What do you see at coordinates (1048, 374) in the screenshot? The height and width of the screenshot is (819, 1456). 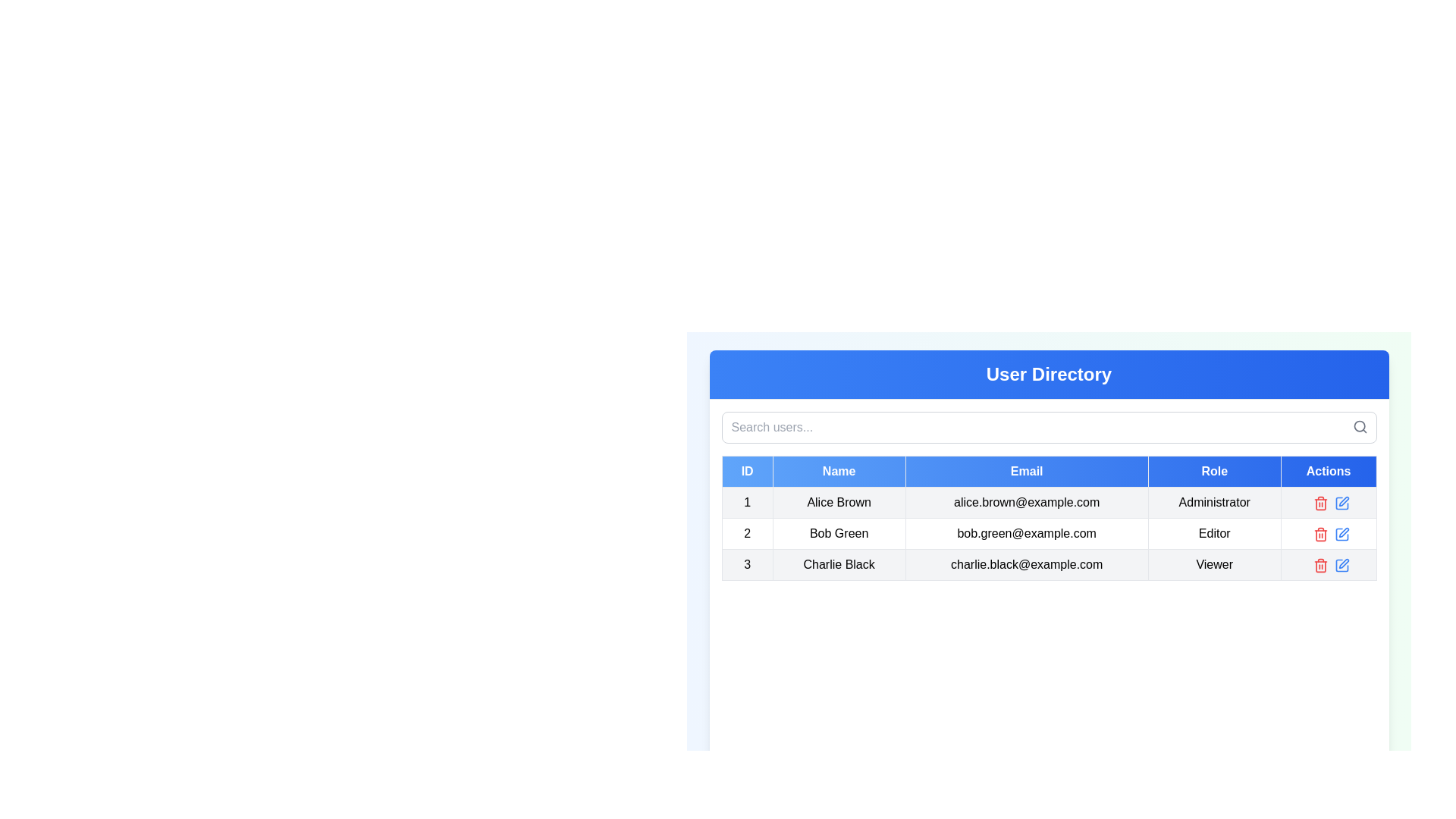 I see `the centered static text label saying 'User Directory' with a large, bold font against a gradient blue background` at bounding box center [1048, 374].